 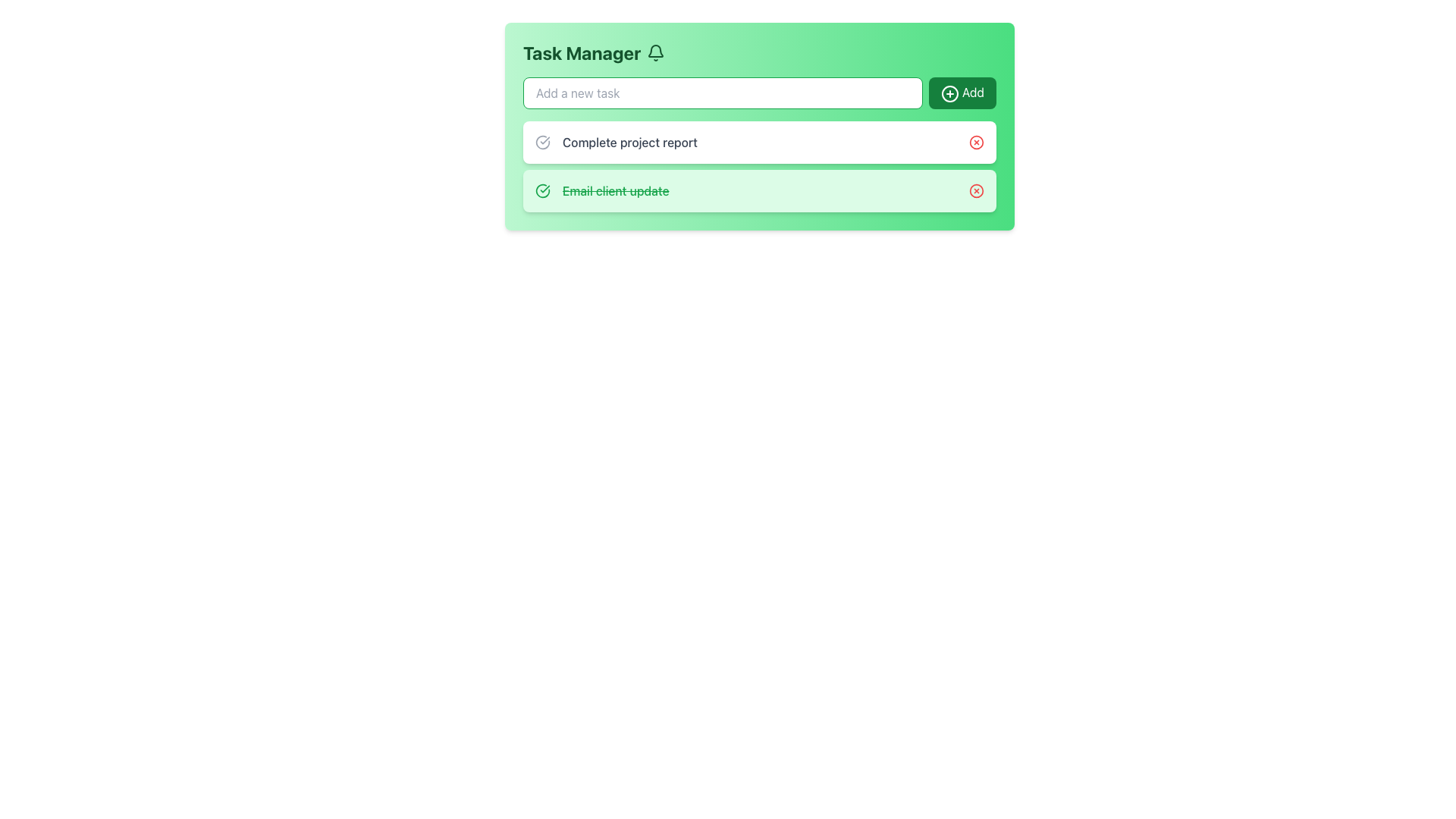 I want to click on the button located to the immediate right of the 'Add a new task' text input field, so click(x=962, y=93).